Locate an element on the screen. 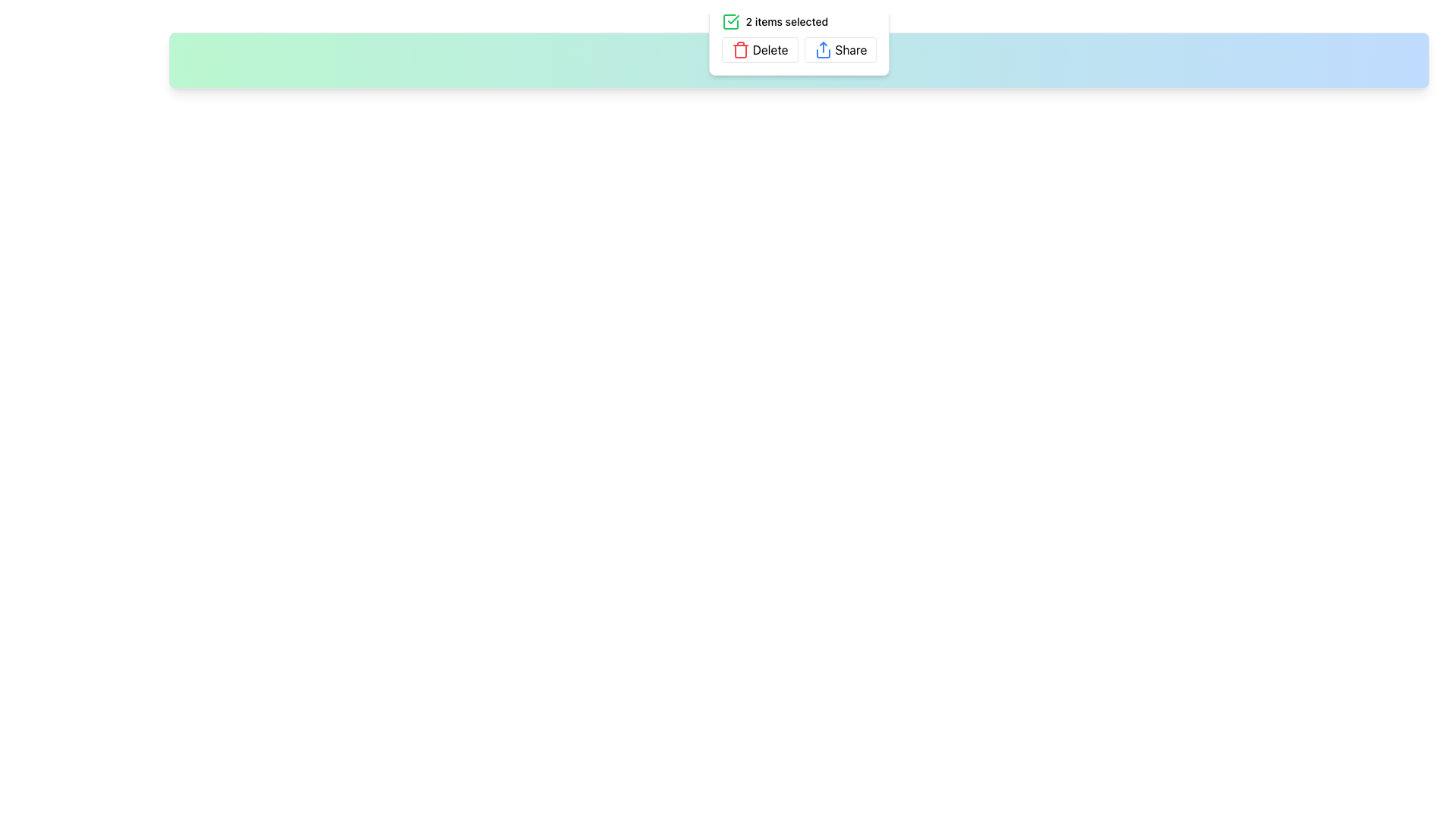 The image size is (1456, 819). displayed text of the Text Label showing '2 items selected', which is positioned to the right of a green icon is located at coordinates (786, 22).